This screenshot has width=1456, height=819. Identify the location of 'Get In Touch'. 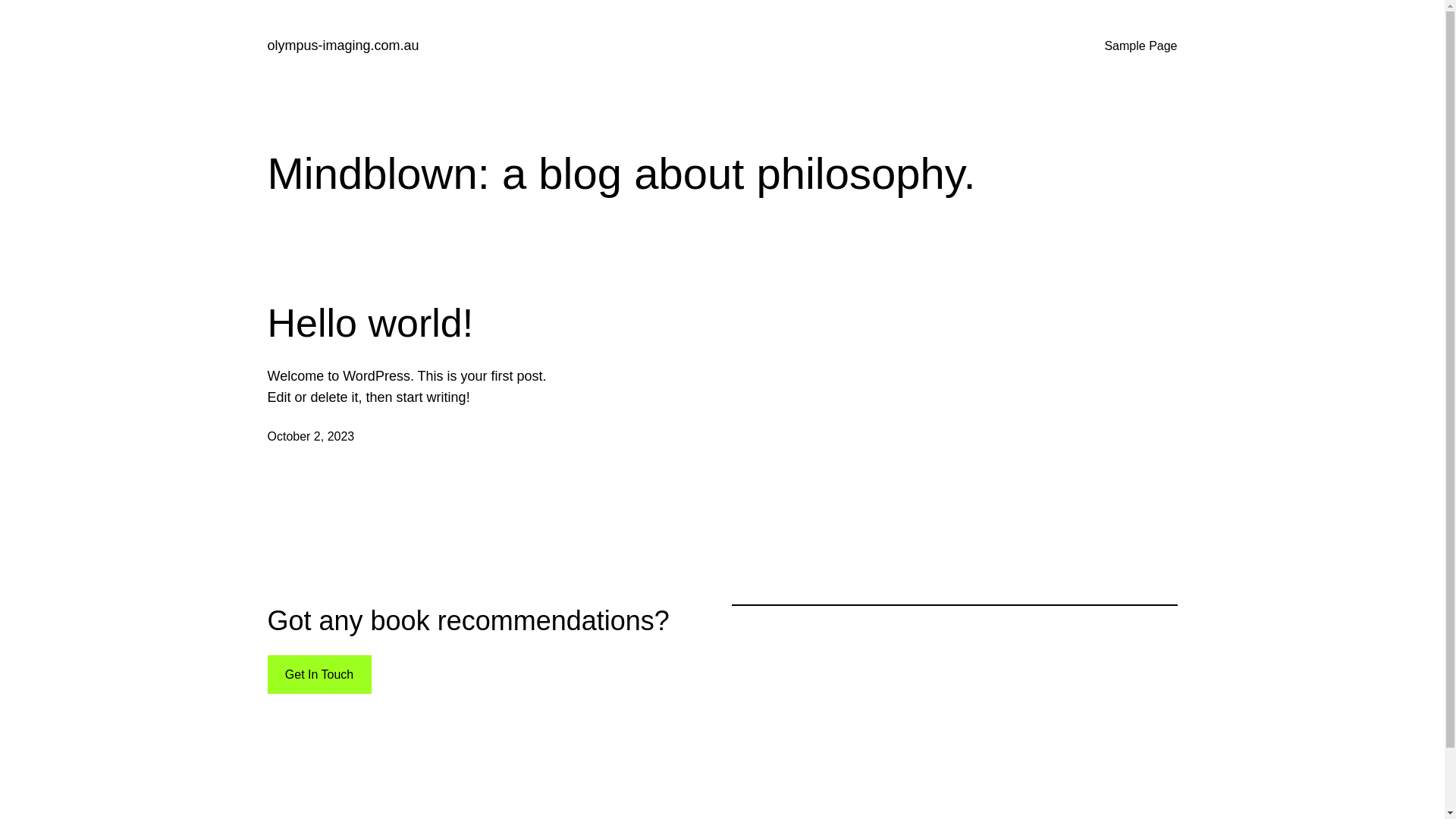
(318, 673).